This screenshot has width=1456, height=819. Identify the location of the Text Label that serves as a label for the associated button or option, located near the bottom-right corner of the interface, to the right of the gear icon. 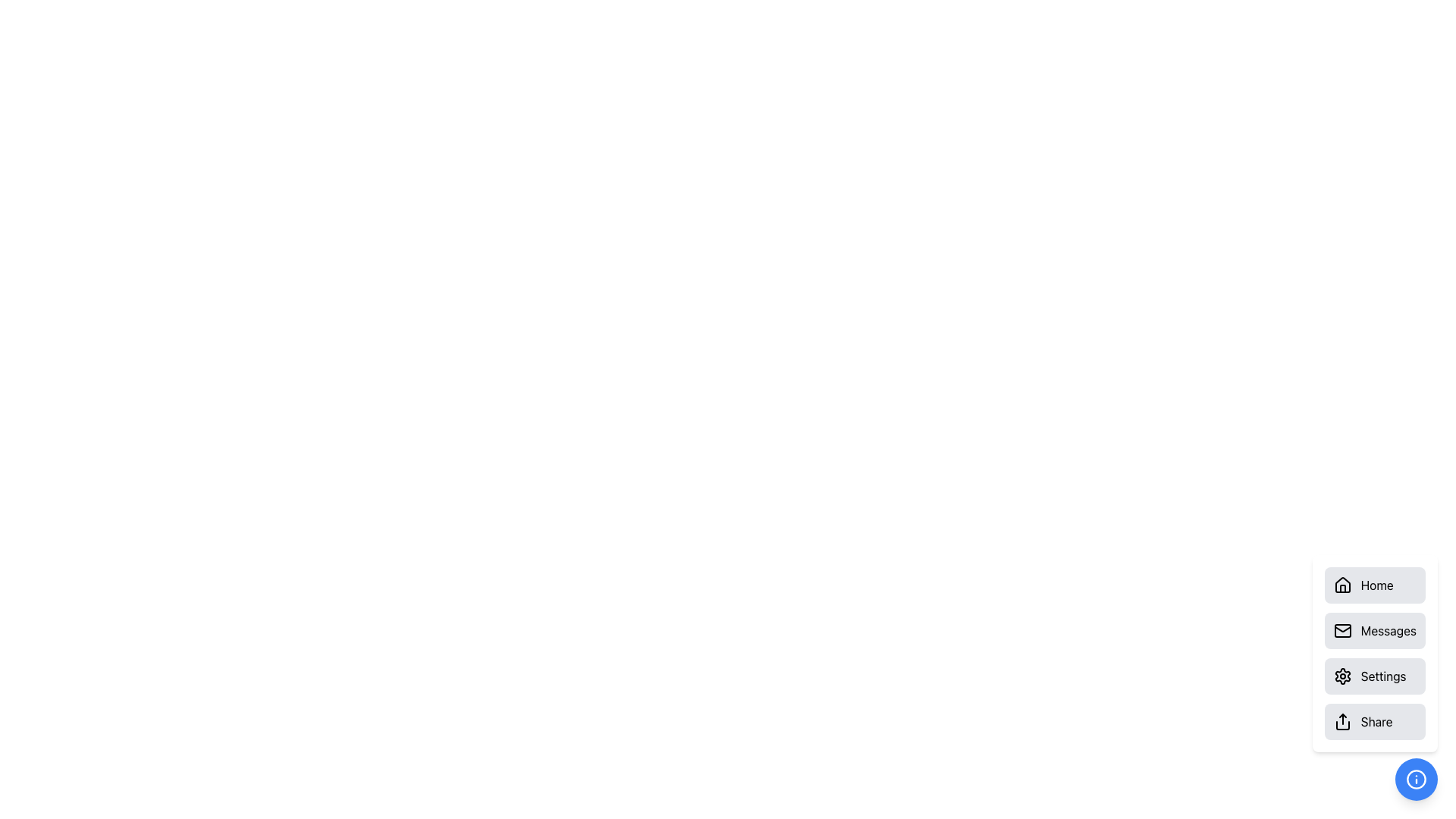
(1383, 675).